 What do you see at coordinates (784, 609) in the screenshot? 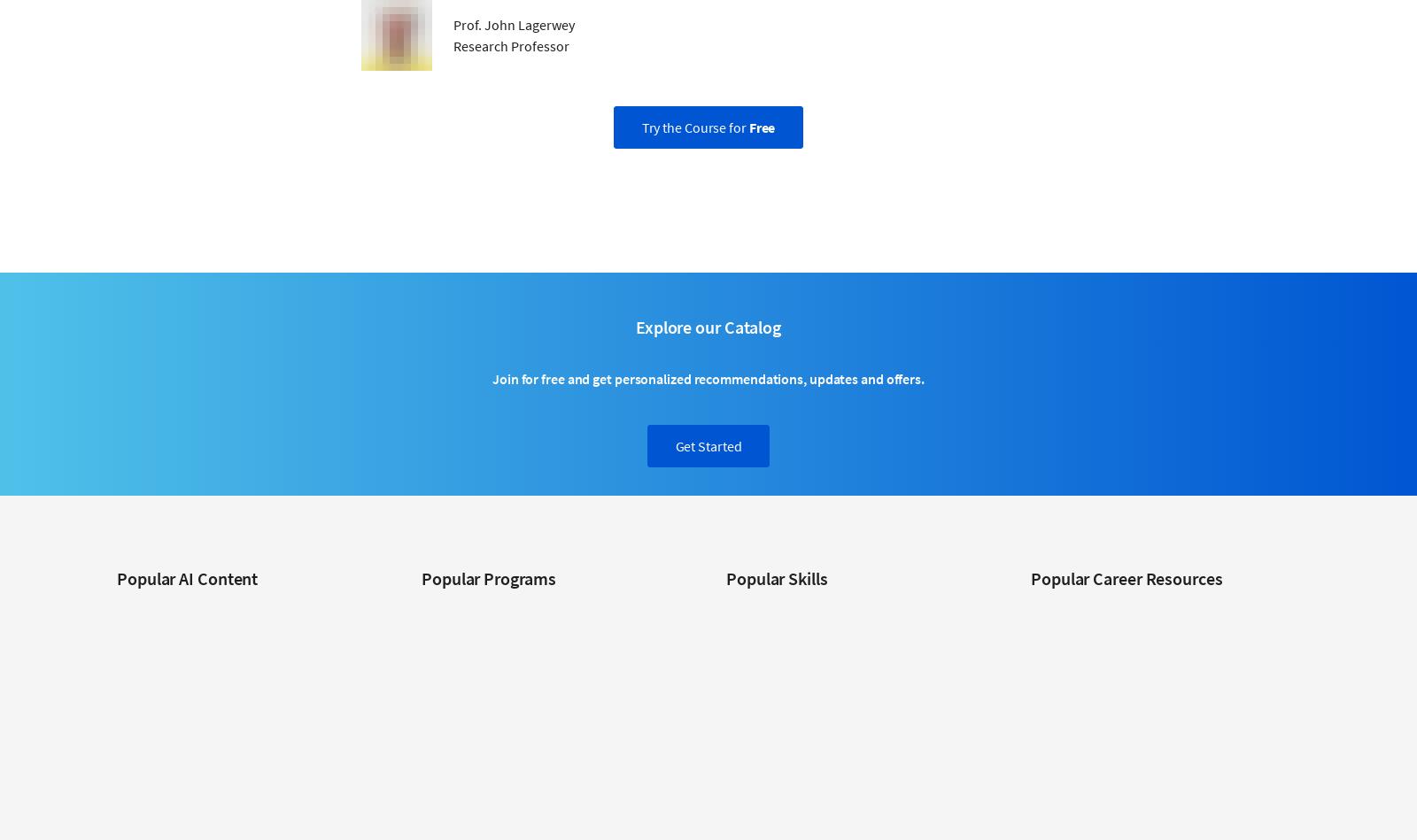
I see `'Cybersecurity Courses'` at bounding box center [784, 609].